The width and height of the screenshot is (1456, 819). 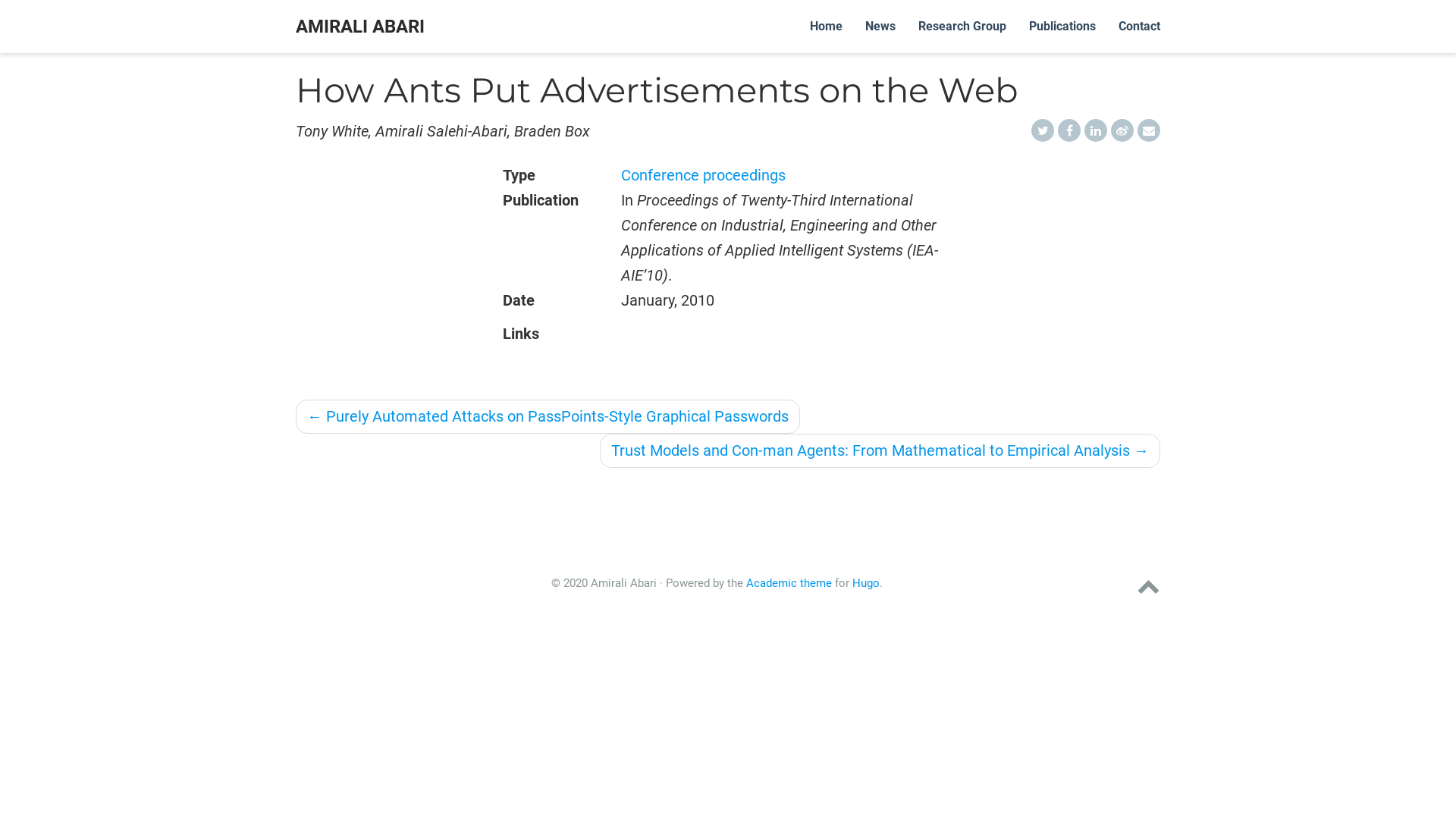 I want to click on 'Publications', so click(x=1018, y=26).